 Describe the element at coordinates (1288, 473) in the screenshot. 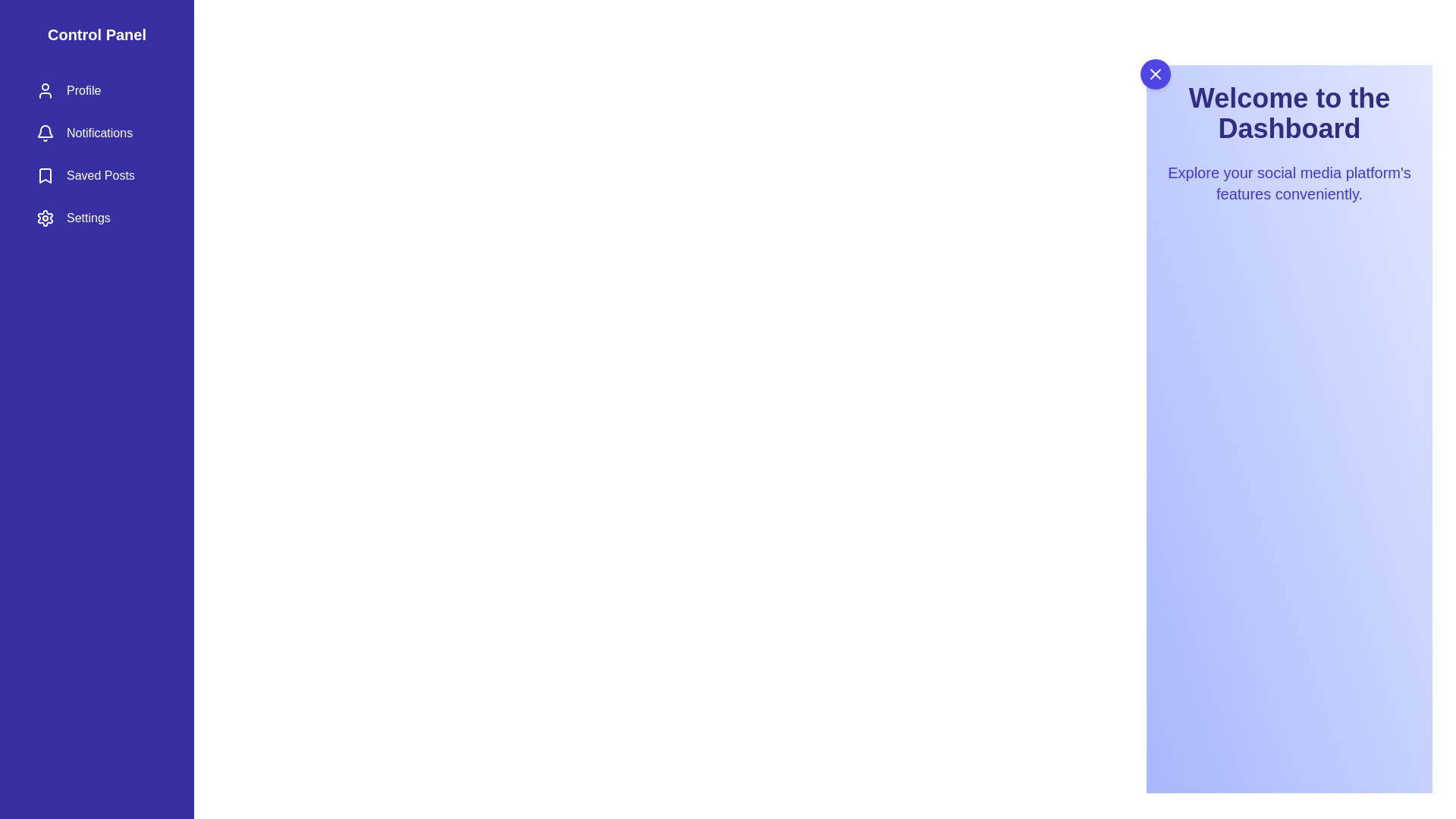

I see `the main content area to interact with it` at that location.